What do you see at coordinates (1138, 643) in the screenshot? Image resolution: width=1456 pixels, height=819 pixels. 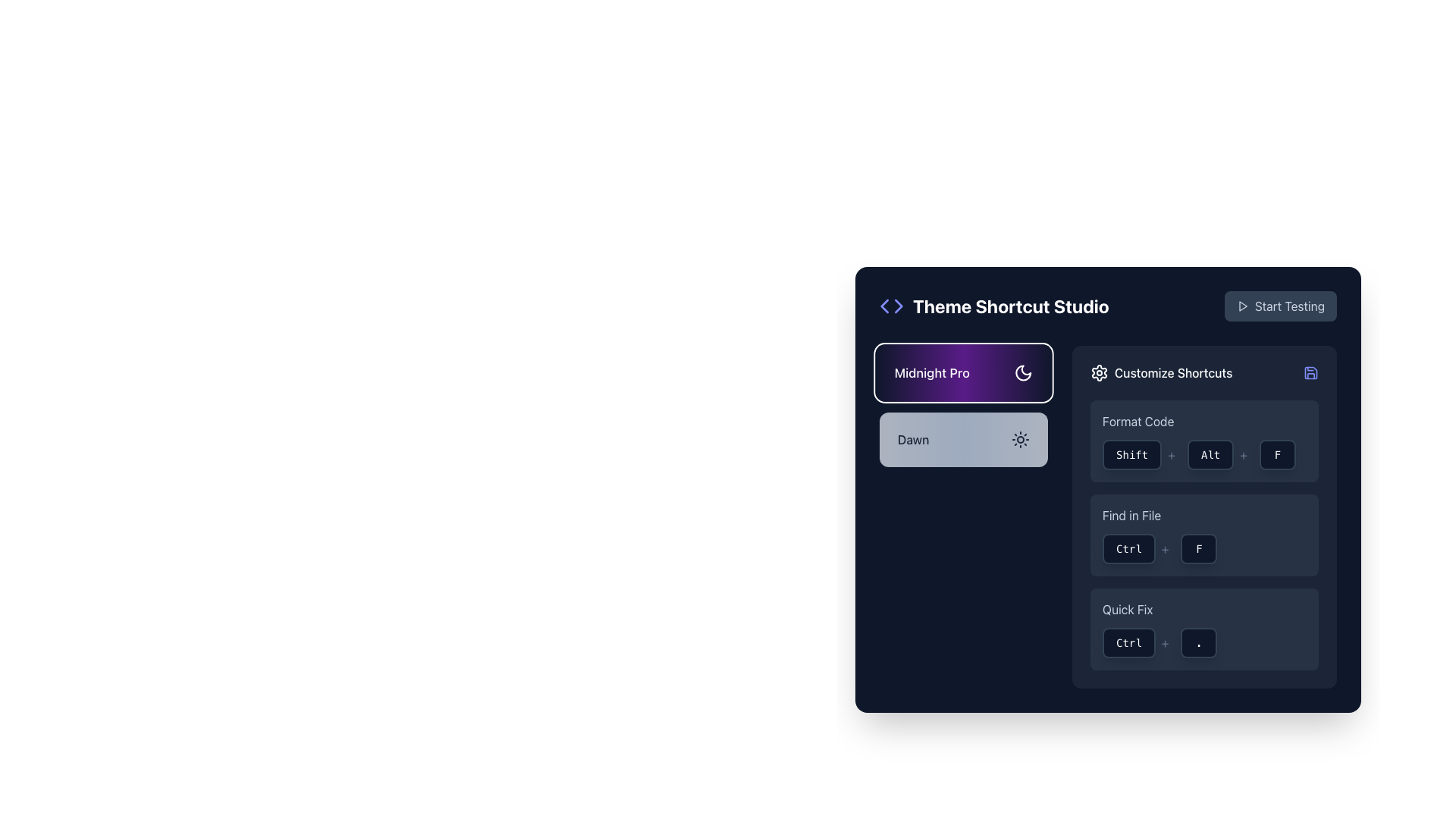 I see `the 'Ctrl' key button, which is styled to represent a key on a keyboard and is located in the lower-right section of the interface within the 'Quick Fix' group` at bounding box center [1138, 643].